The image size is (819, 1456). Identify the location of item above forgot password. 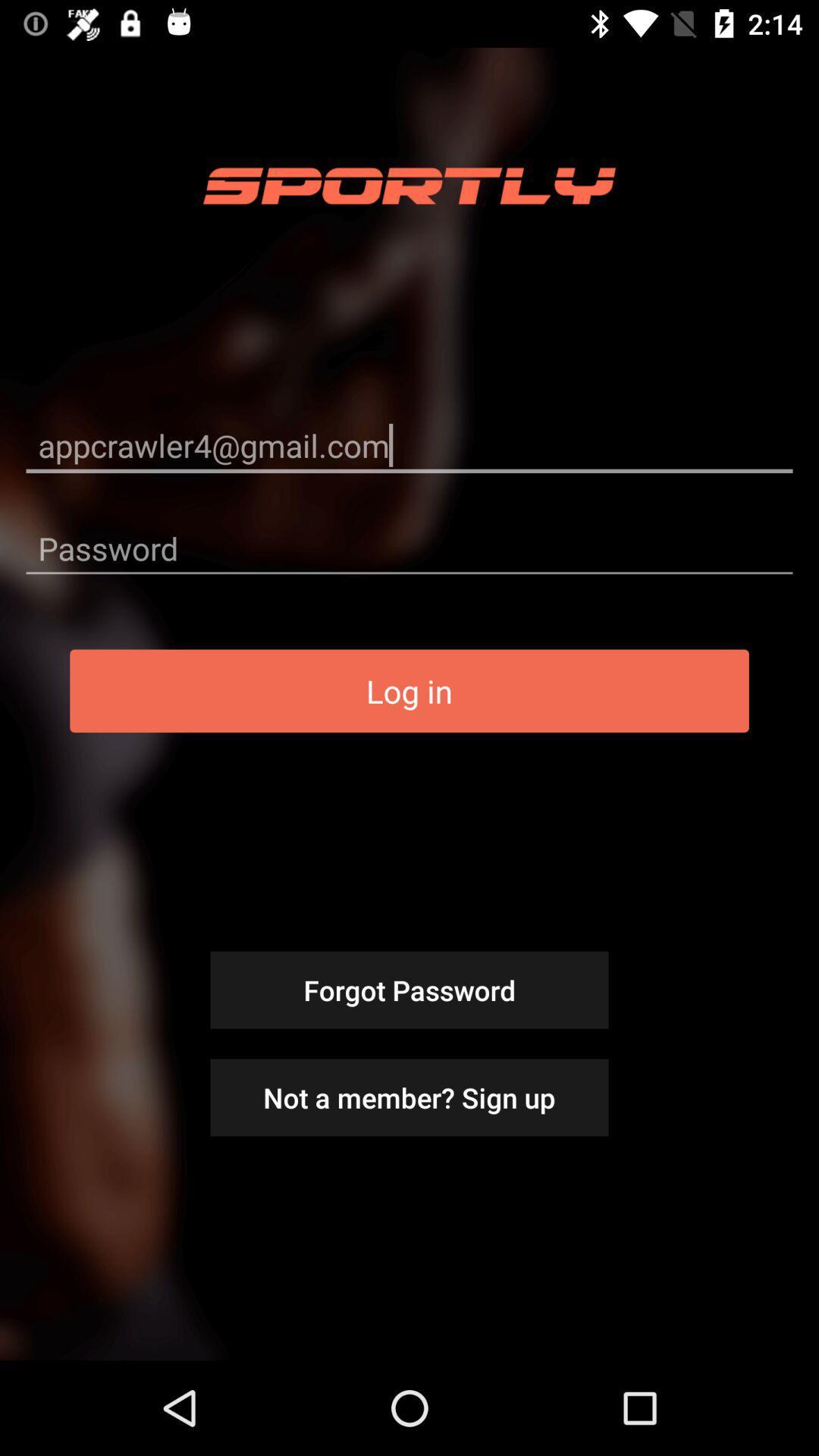
(409, 690).